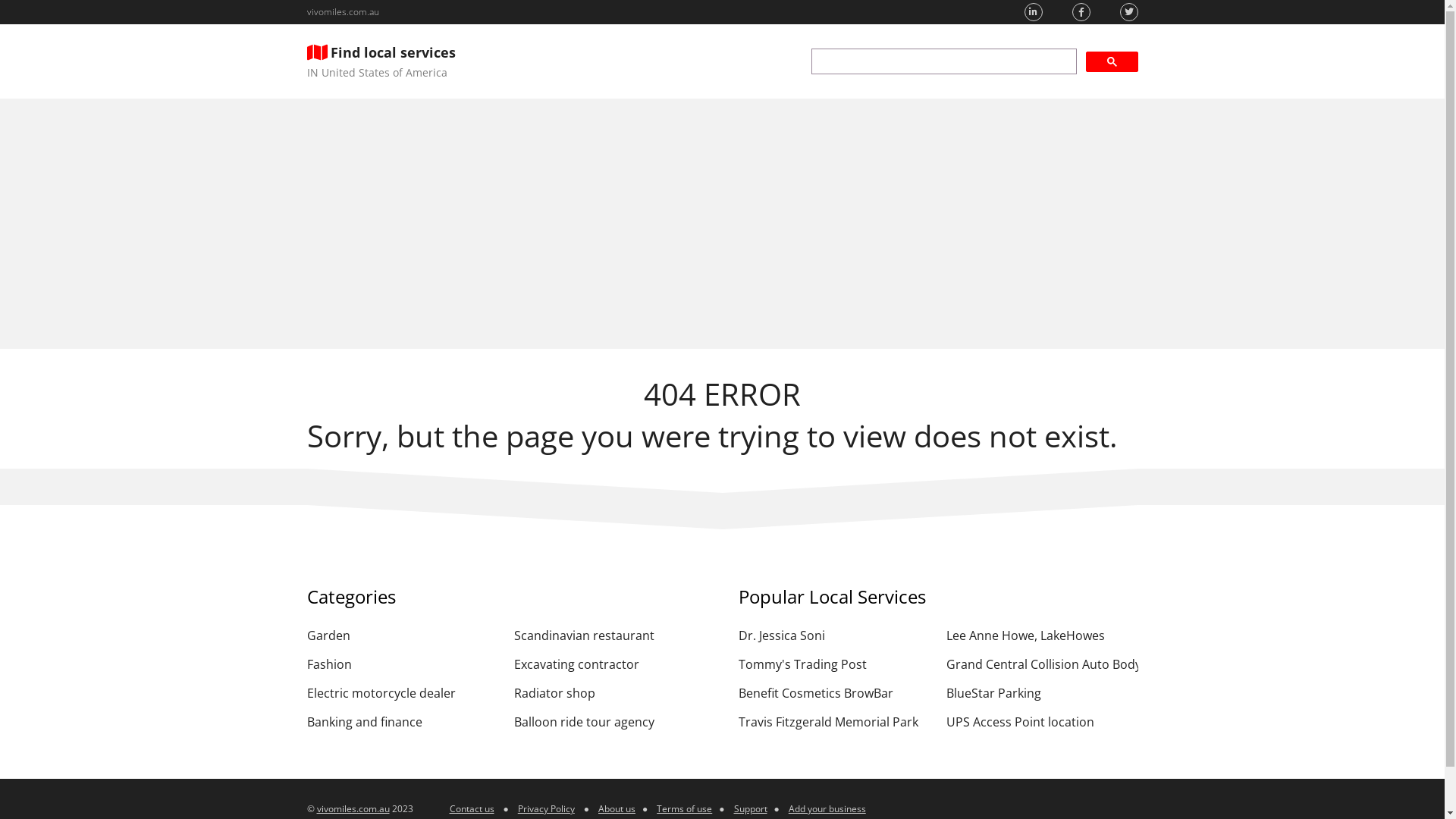 This screenshot has height=819, width=1456. Describe the element at coordinates (833, 635) in the screenshot. I see `'Dr. Jessica Soni'` at that location.